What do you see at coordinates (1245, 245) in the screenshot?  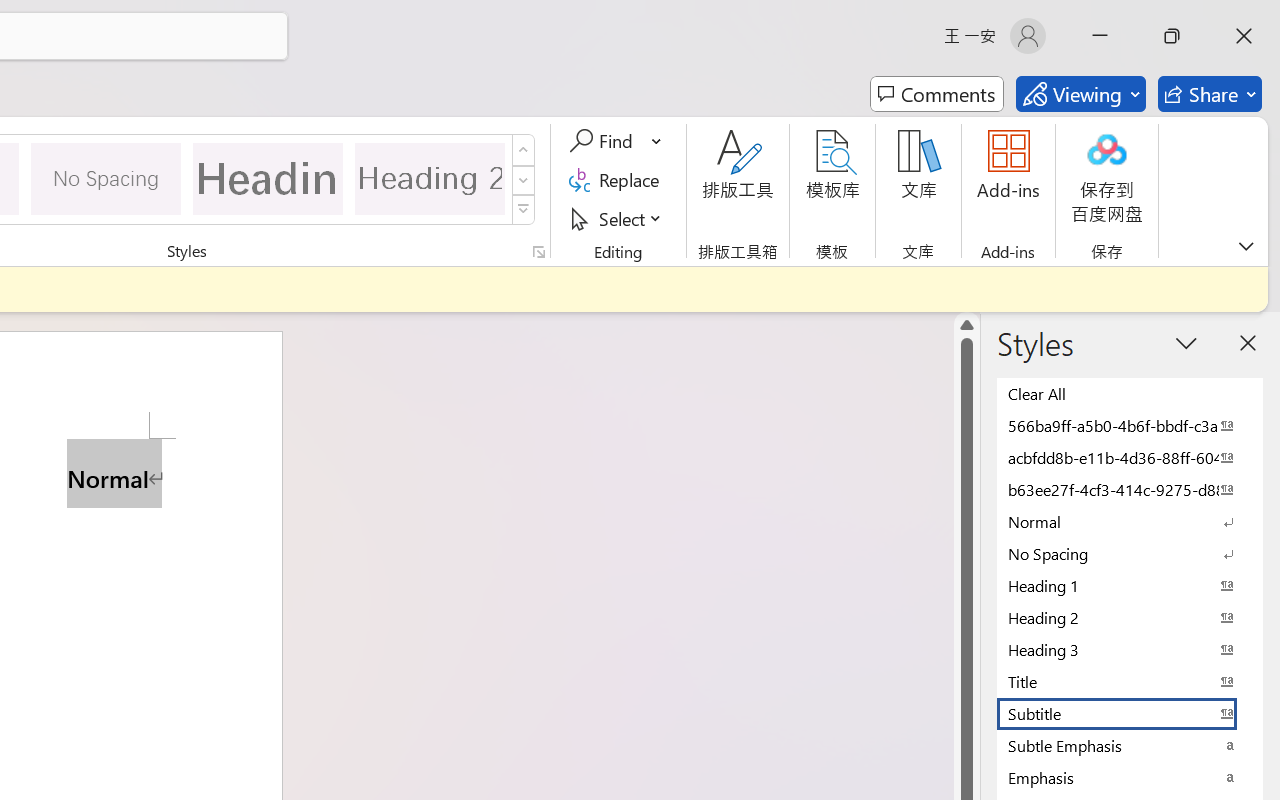 I see `'Ribbon Display Options'` at bounding box center [1245, 245].